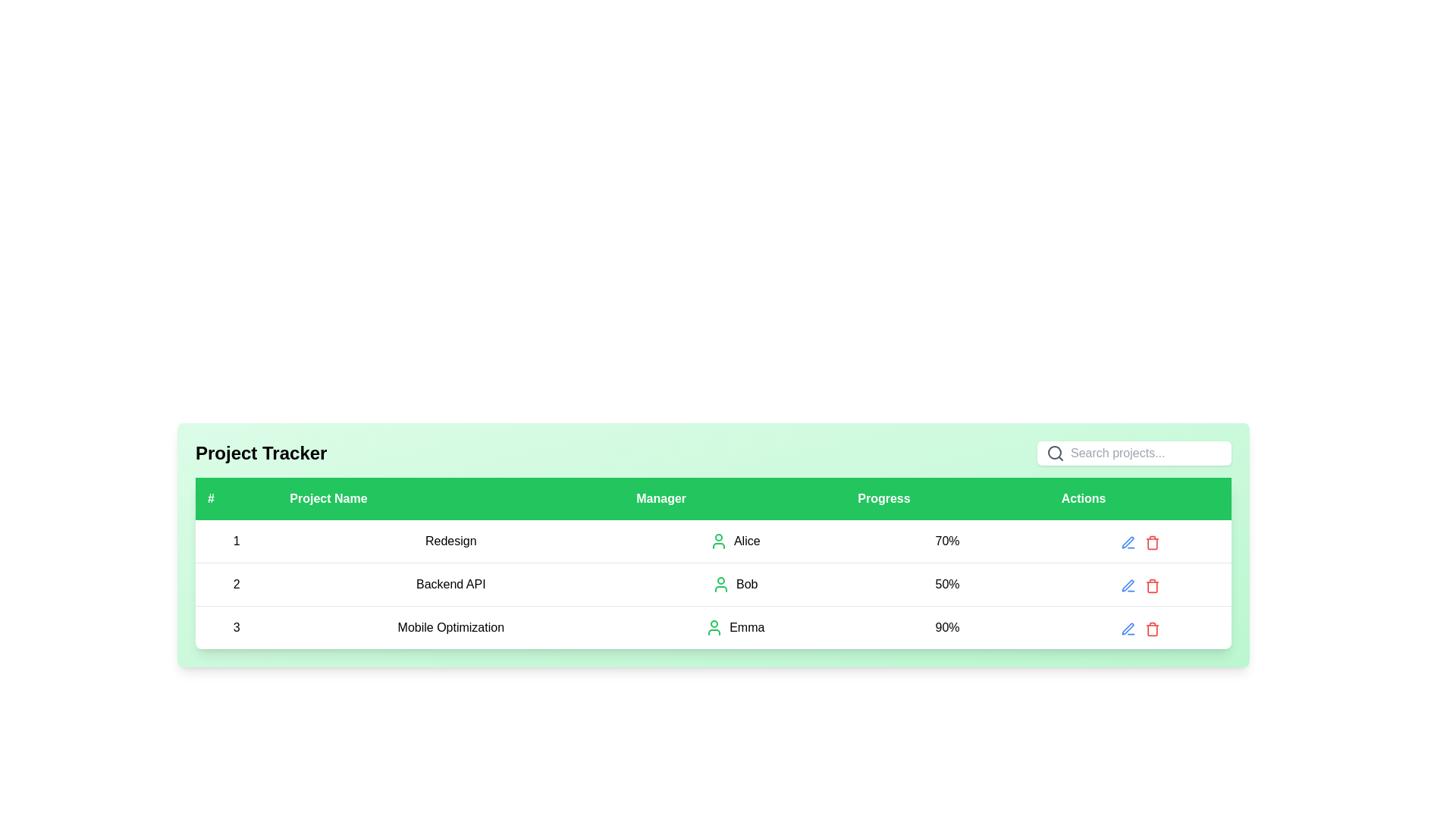  What do you see at coordinates (1152, 630) in the screenshot?
I see `the 'Delete' icon, located within the 'Actions' column of the row associated with 'Mobile Optimization', to perform a delete action` at bounding box center [1152, 630].